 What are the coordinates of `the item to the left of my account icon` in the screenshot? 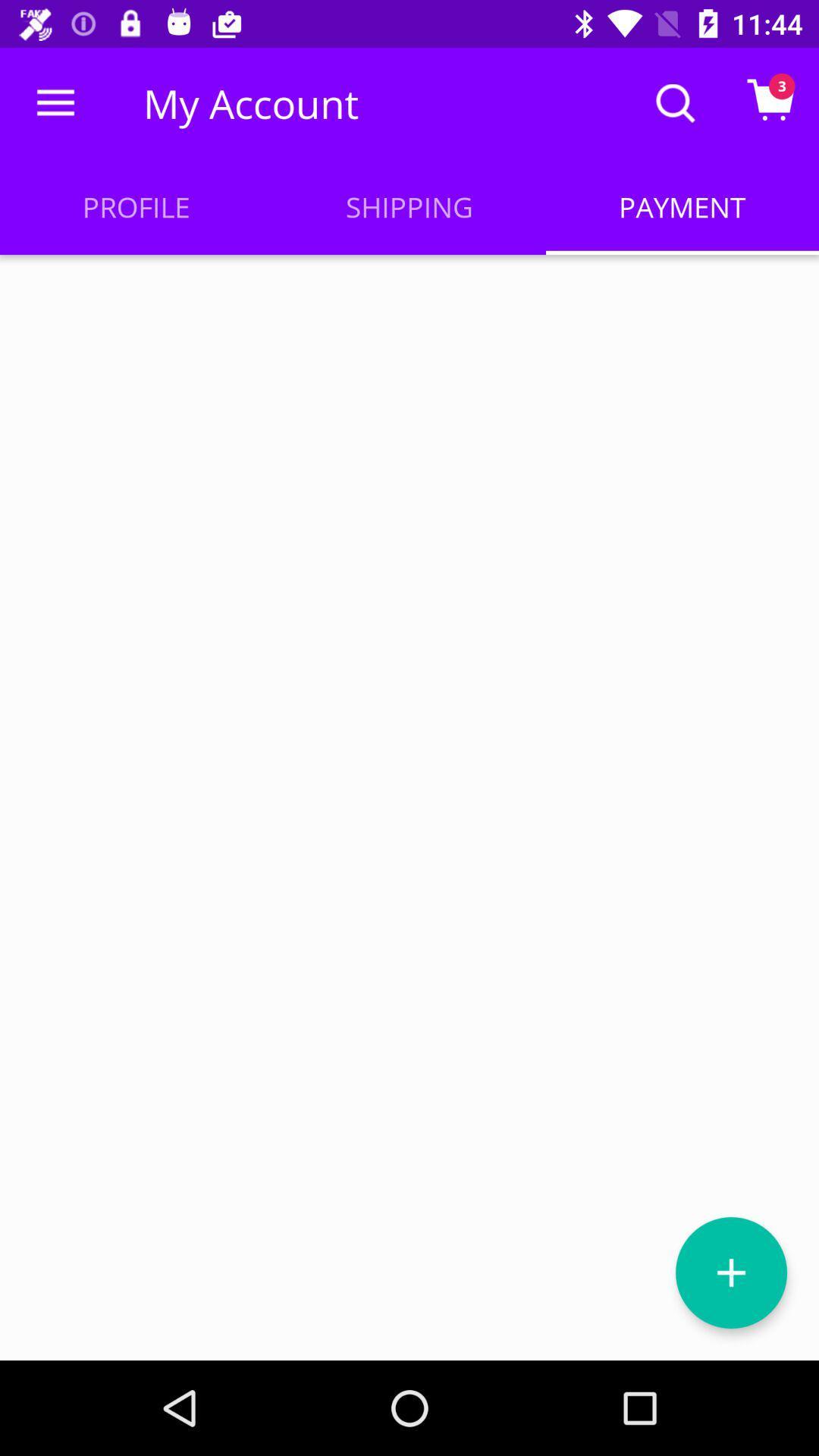 It's located at (55, 102).